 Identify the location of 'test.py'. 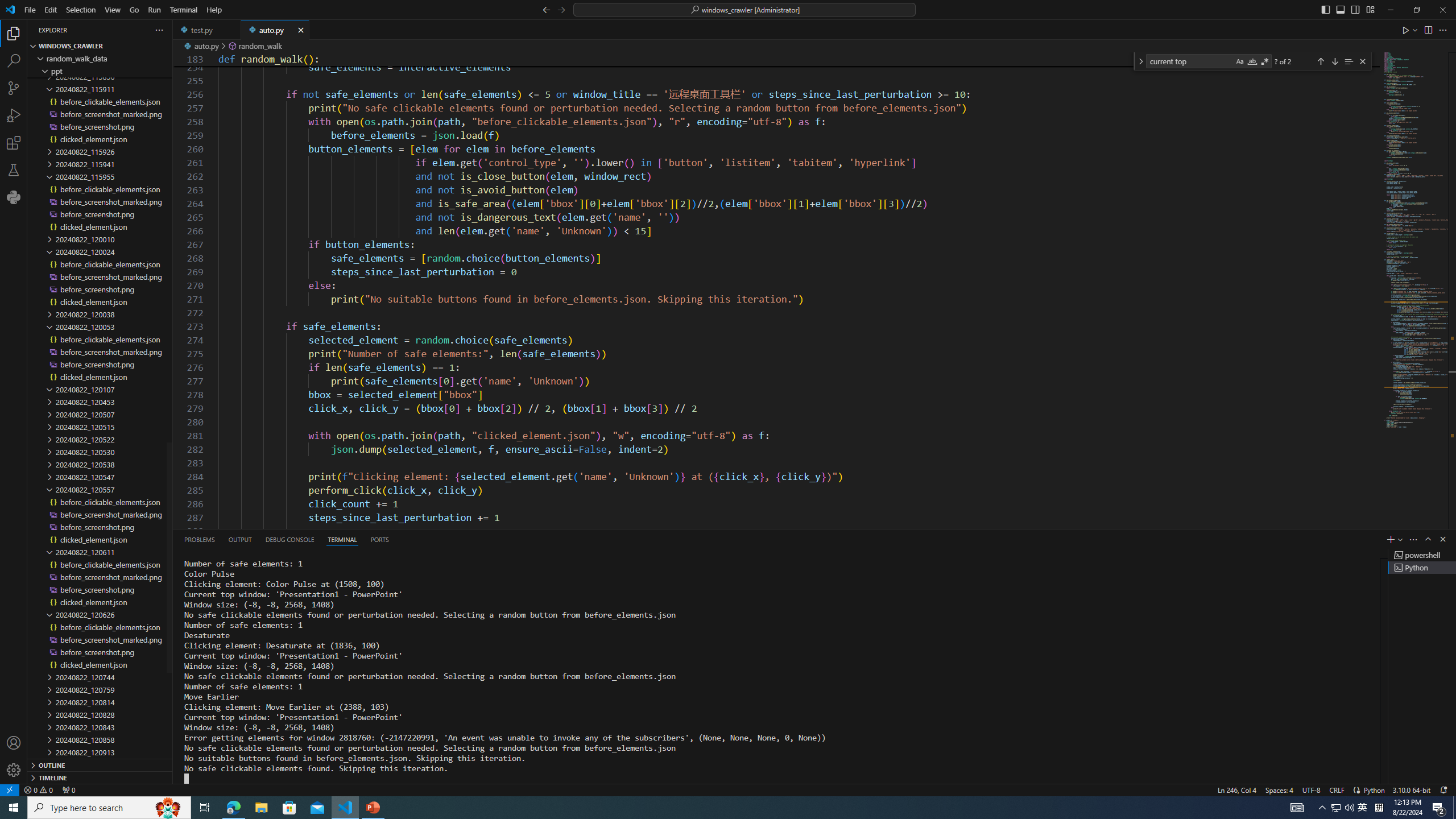
(206, 29).